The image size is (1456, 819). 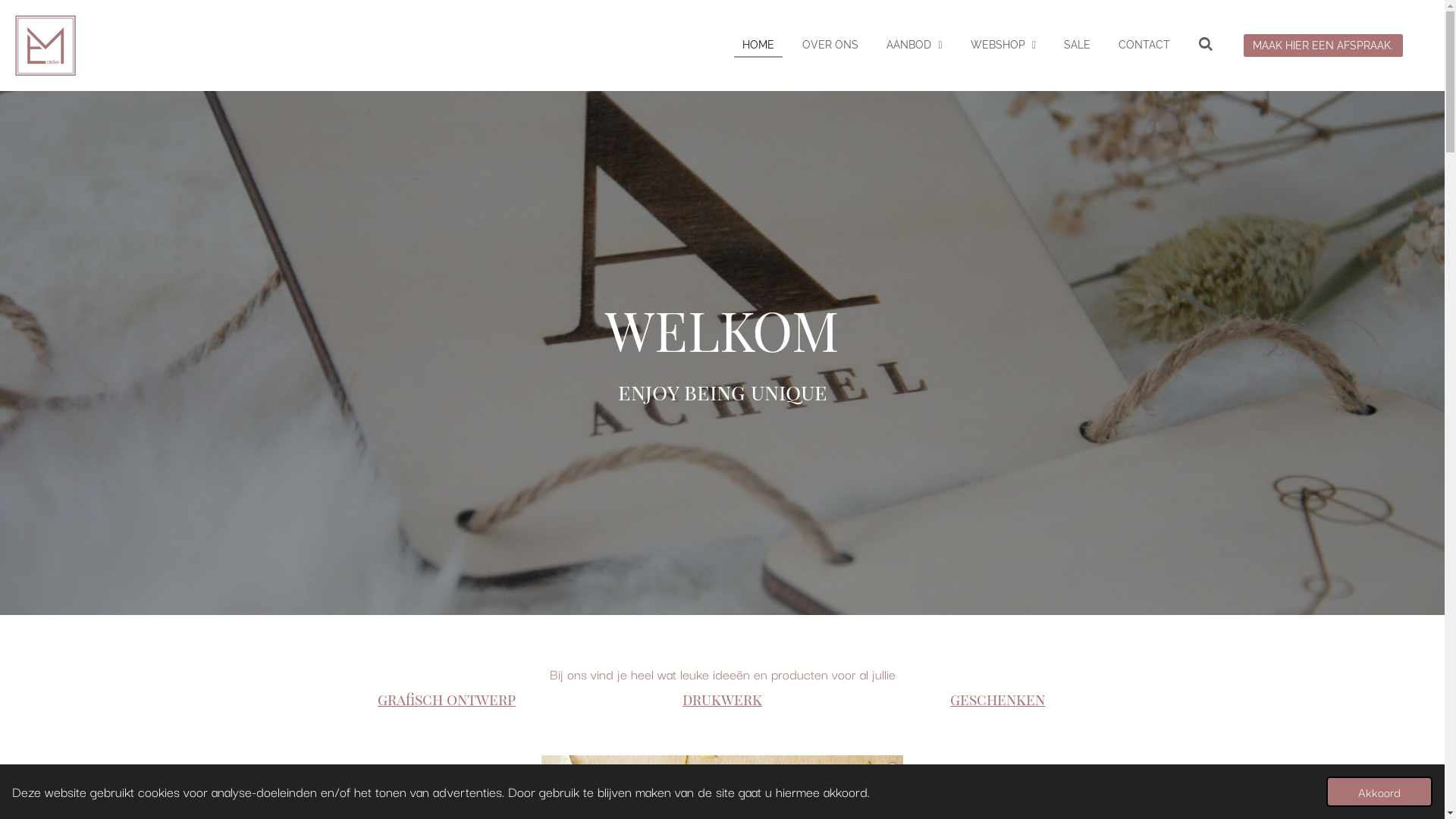 What do you see at coordinates (45, 45) in the screenshot?
I see `'atelier EM'` at bounding box center [45, 45].